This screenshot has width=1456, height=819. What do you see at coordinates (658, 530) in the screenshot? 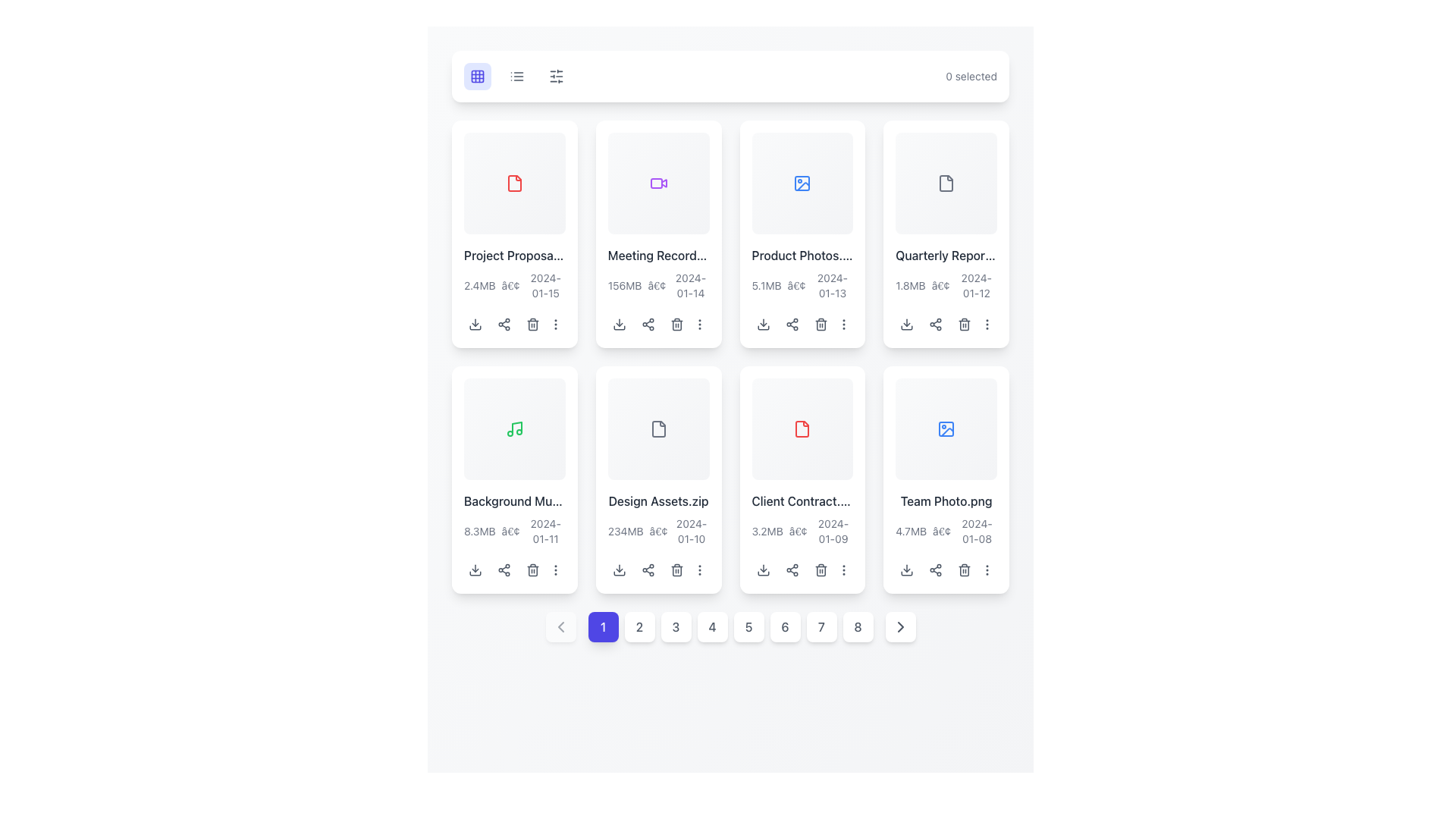
I see `the textual symbol acting as a separator located between '234MB' and '2024-01-10' in the lower section of the file card labeled 'Design Assets.zip'` at bounding box center [658, 530].